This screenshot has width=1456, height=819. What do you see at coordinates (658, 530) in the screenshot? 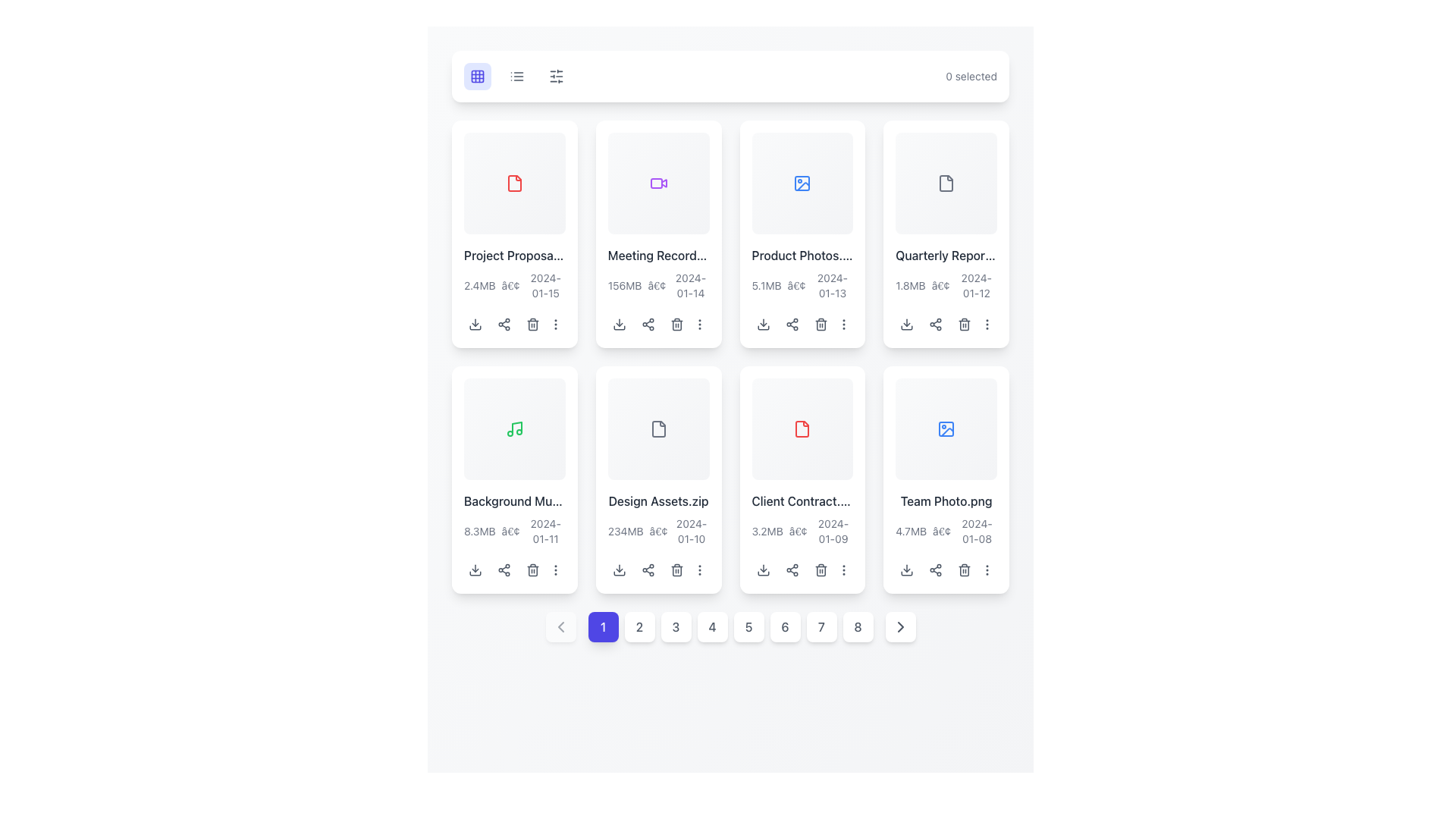
I see `the textual symbol acting as a separator located between '234MB' and '2024-01-10' in the lower section of the file card labeled 'Design Assets.zip'` at bounding box center [658, 530].